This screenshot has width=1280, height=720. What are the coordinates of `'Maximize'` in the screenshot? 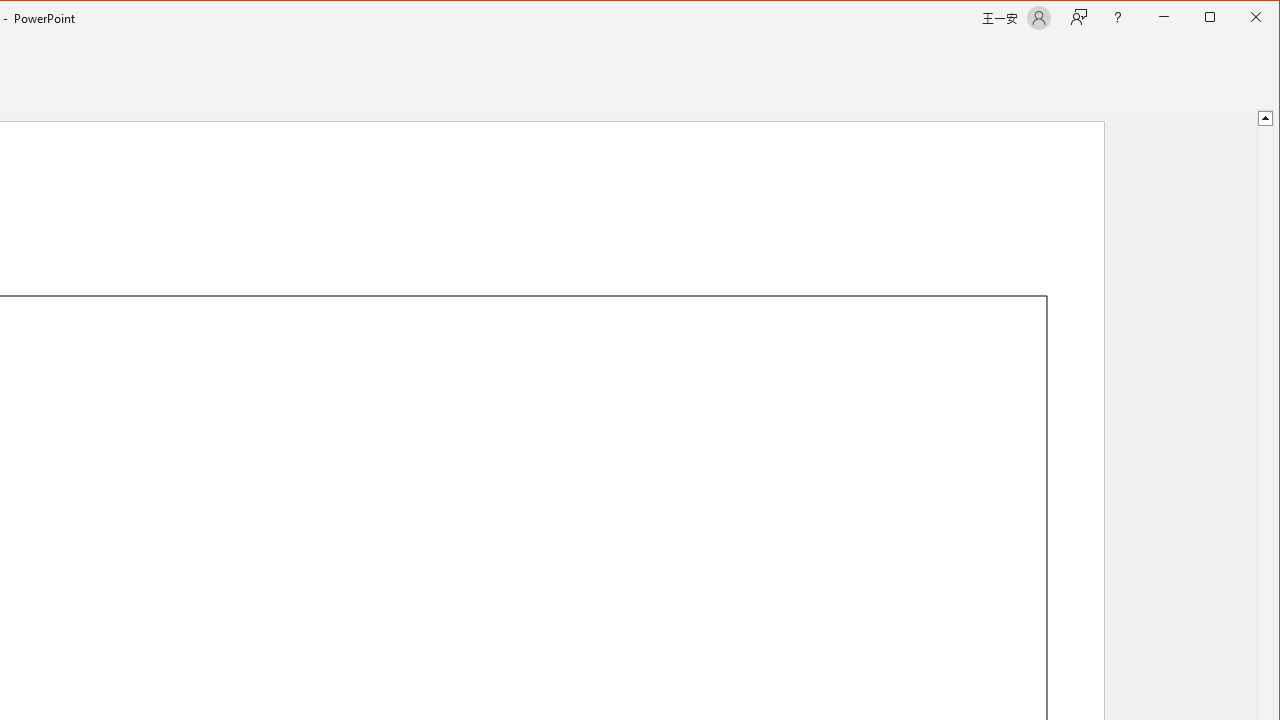 It's located at (1238, 19).